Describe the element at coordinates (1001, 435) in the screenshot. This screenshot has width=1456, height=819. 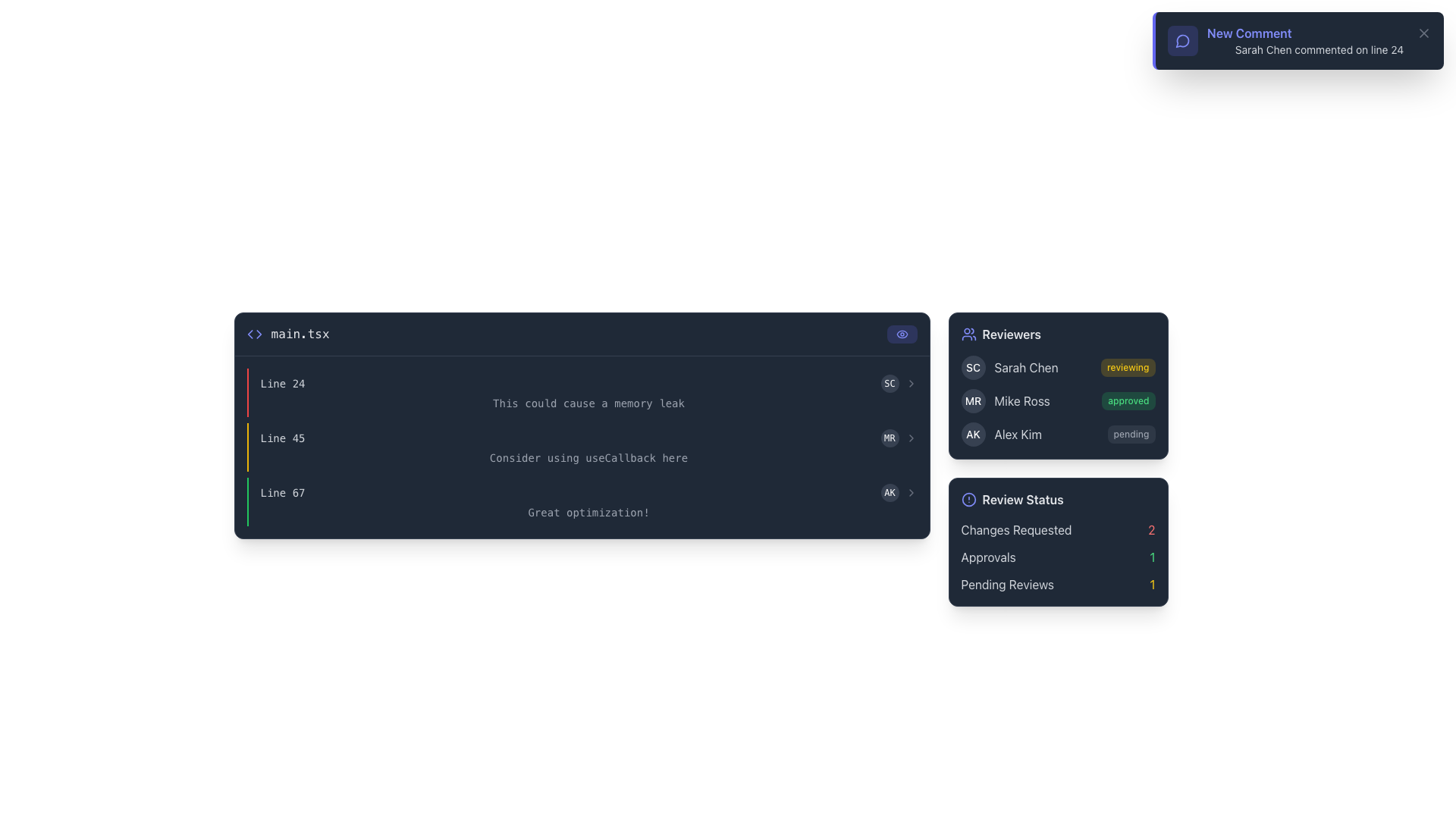
I see `the User Identity Display representing the reviewer identity in the 'Reviewers' list, which is the third item below 'Sarah Chen' and 'Mike Ross'` at that location.